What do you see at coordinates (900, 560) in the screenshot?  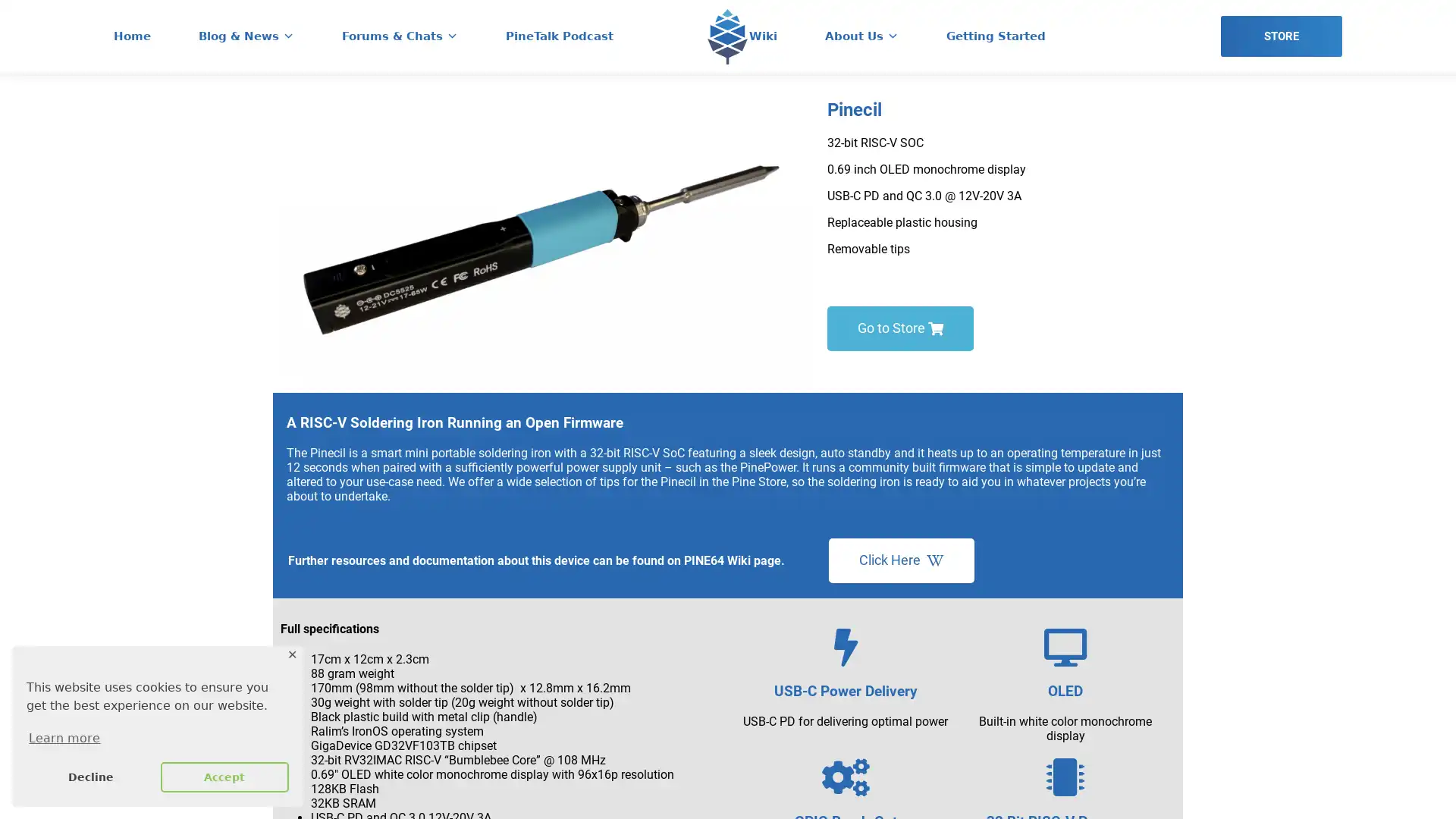 I see `Click Here` at bounding box center [900, 560].